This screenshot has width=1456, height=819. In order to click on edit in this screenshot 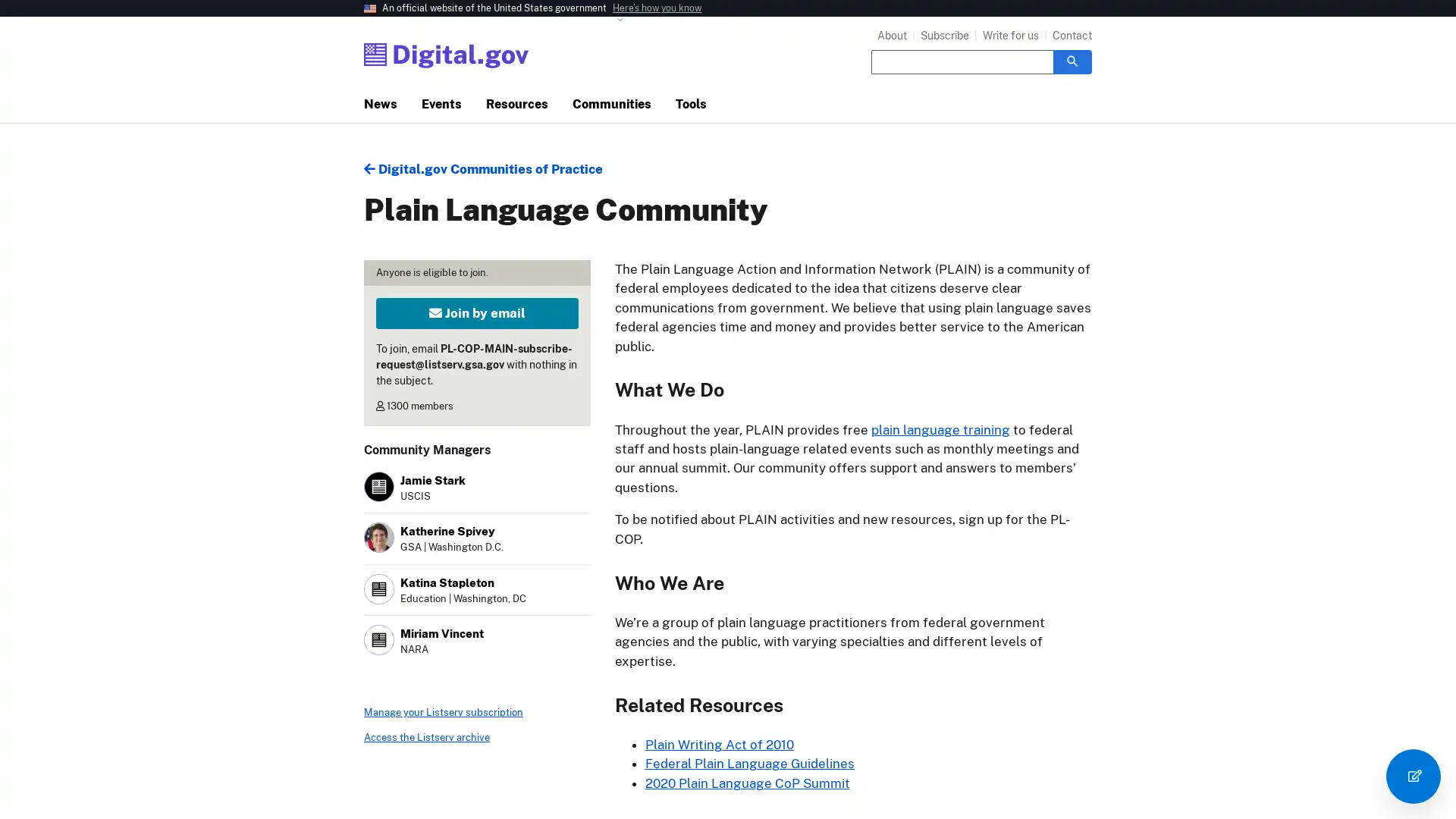, I will do `click(1412, 776)`.